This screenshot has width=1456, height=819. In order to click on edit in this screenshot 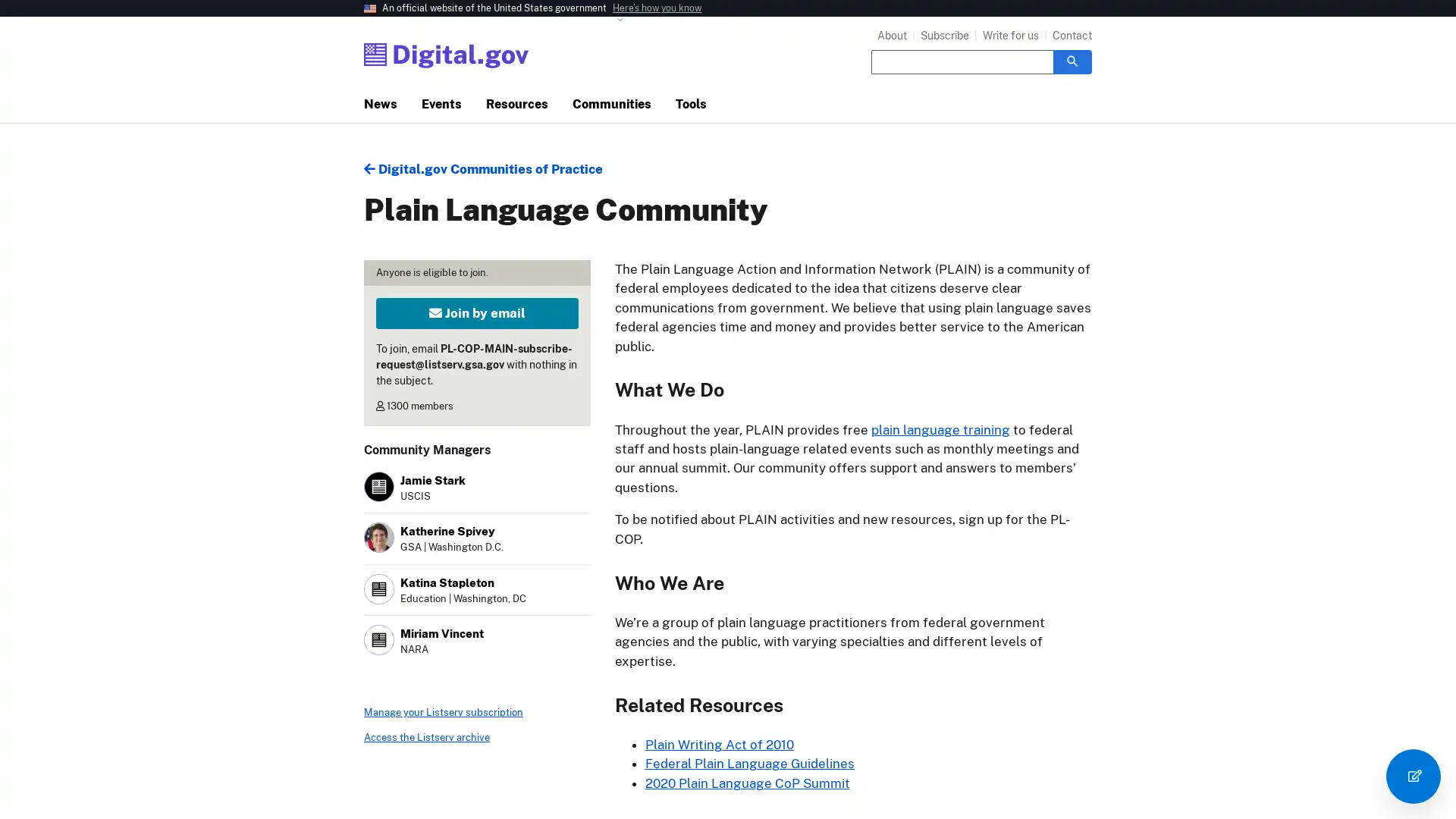, I will do `click(1412, 776)`.